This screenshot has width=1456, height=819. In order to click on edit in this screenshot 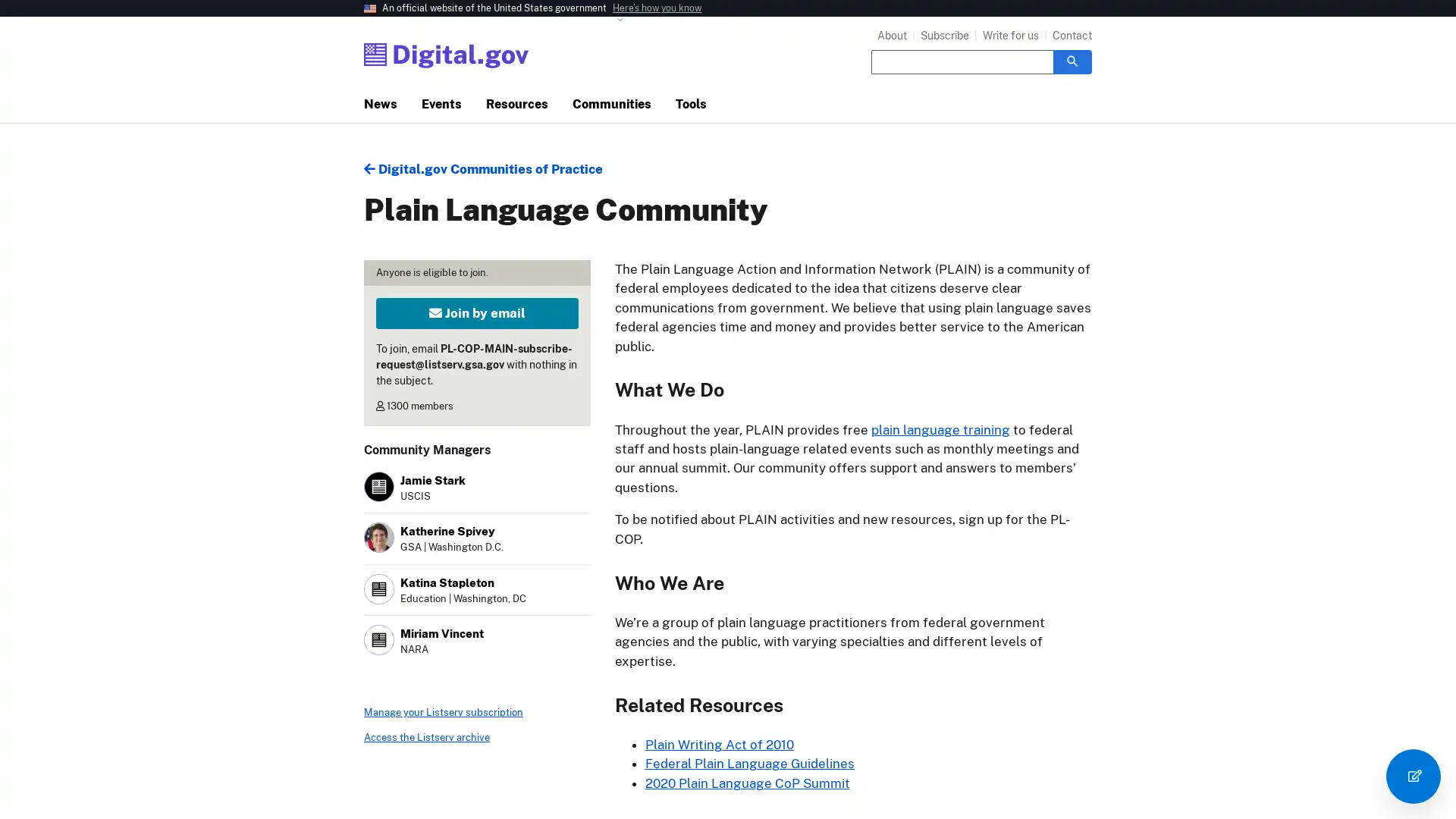, I will do `click(1412, 776)`.